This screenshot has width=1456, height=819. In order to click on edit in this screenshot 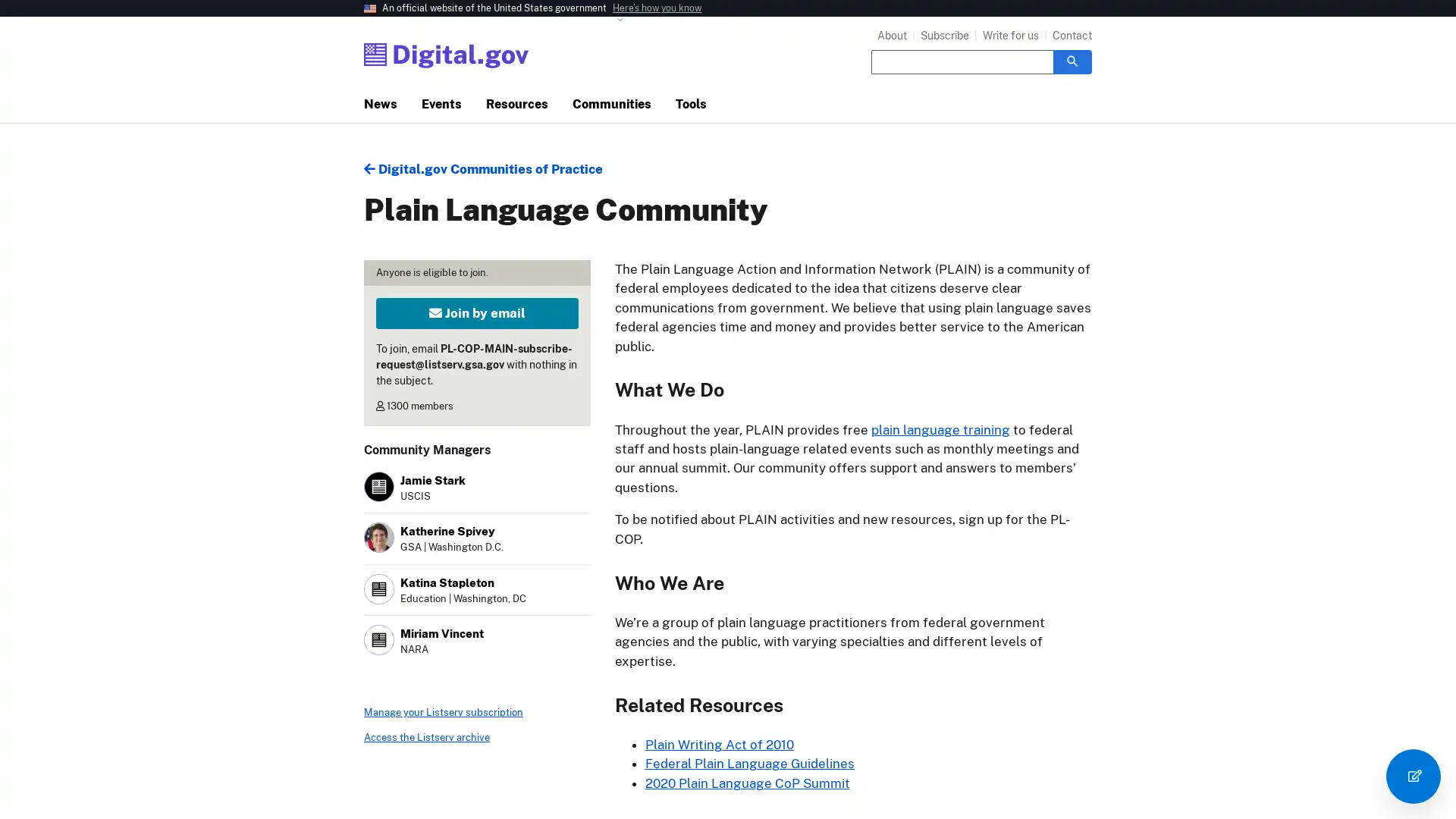, I will do `click(1412, 776)`.